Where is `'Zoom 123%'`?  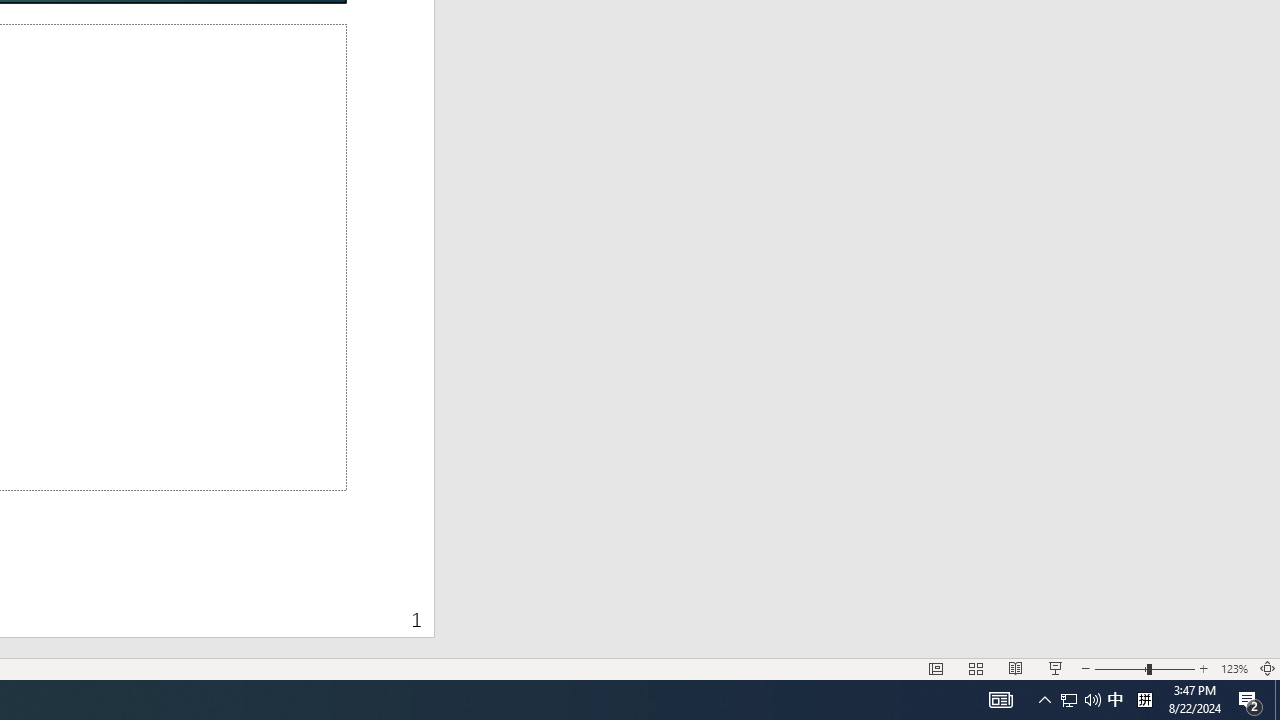
'Zoom 123%' is located at coordinates (1233, 669).